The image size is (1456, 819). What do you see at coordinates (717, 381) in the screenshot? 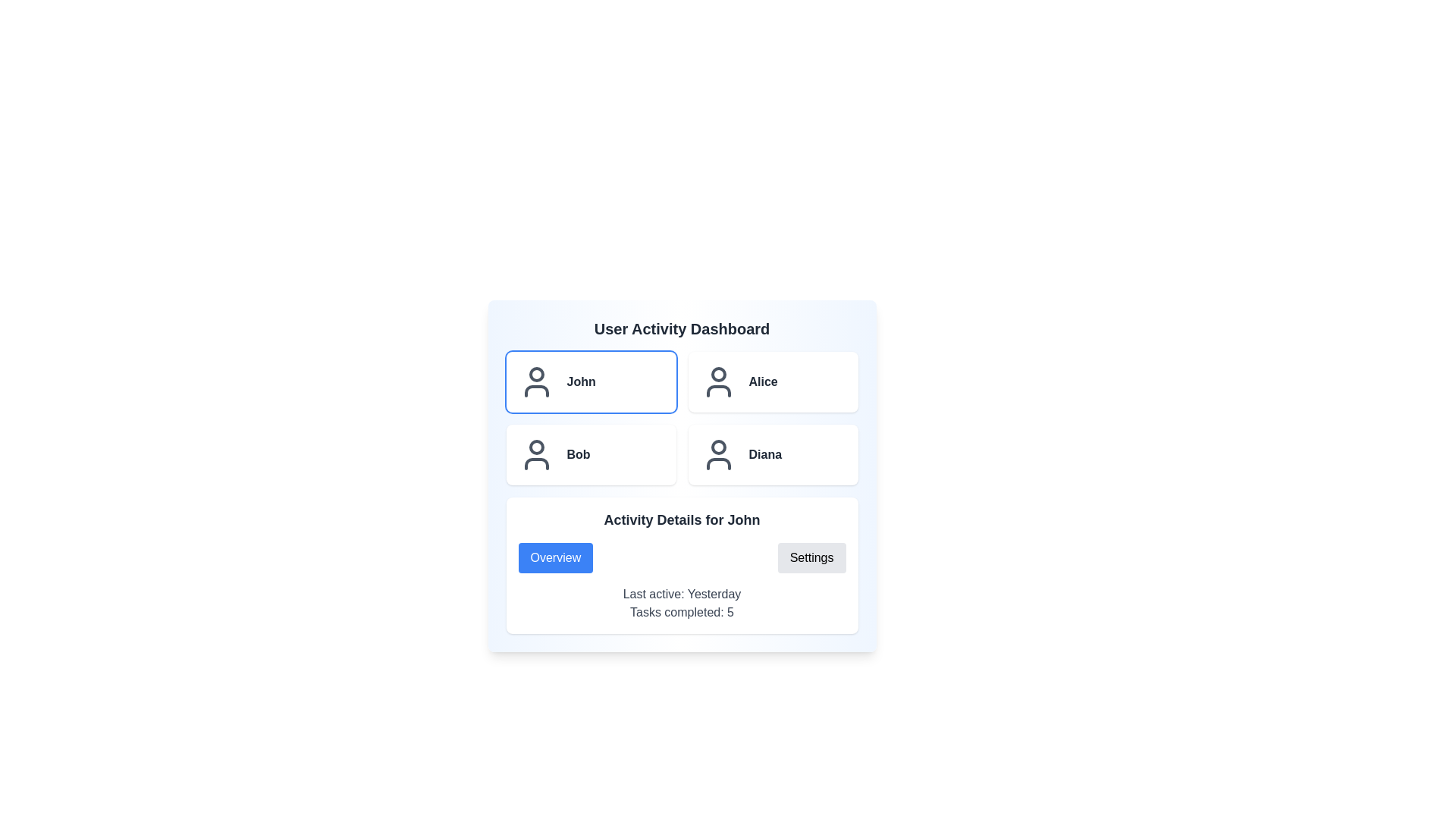
I see `the user avatar icon representing 'Alice' located in the user card component, which is centered above the text inside the card` at bounding box center [717, 381].